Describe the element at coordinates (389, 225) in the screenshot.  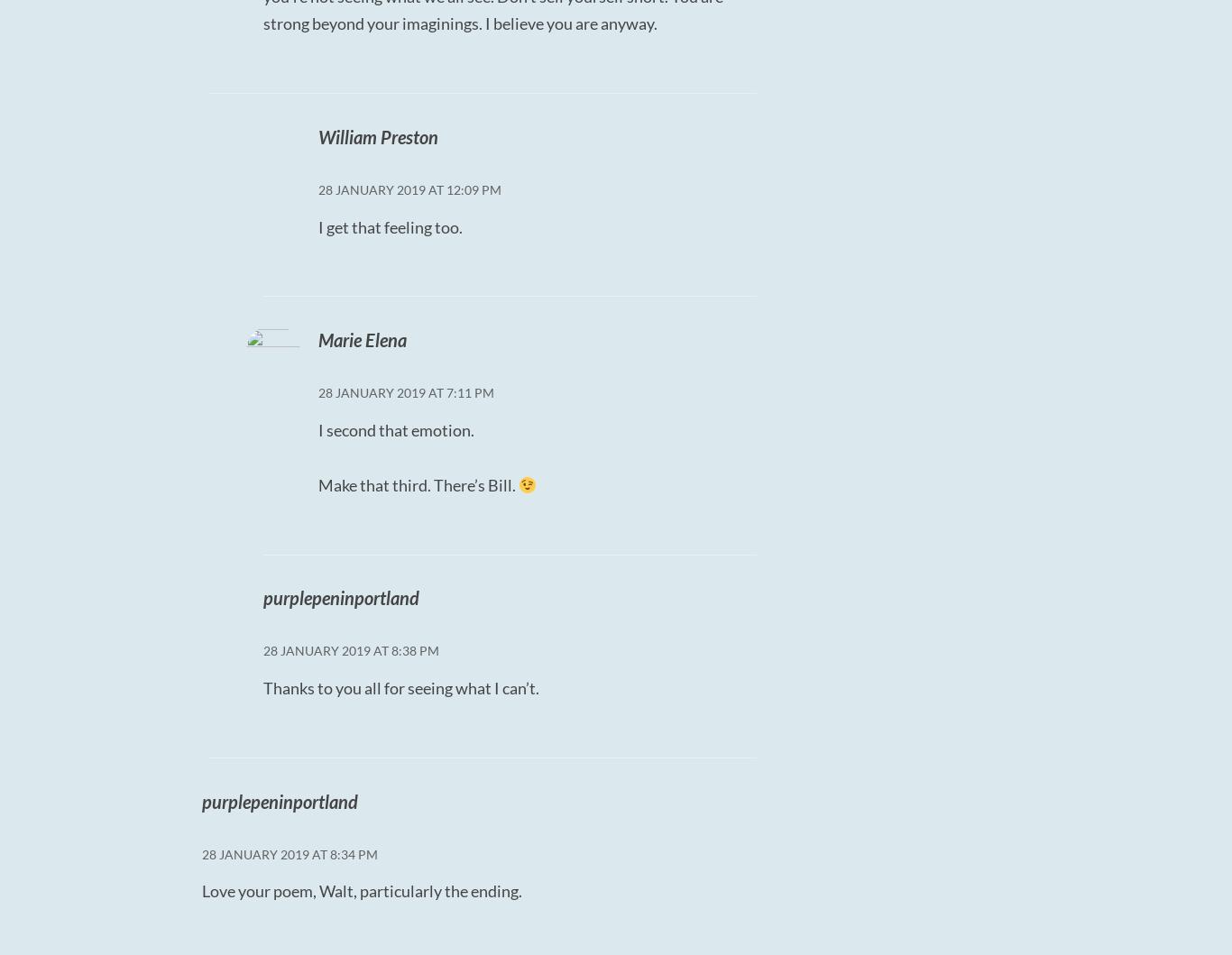
I see `'I get that feeling too.'` at that location.